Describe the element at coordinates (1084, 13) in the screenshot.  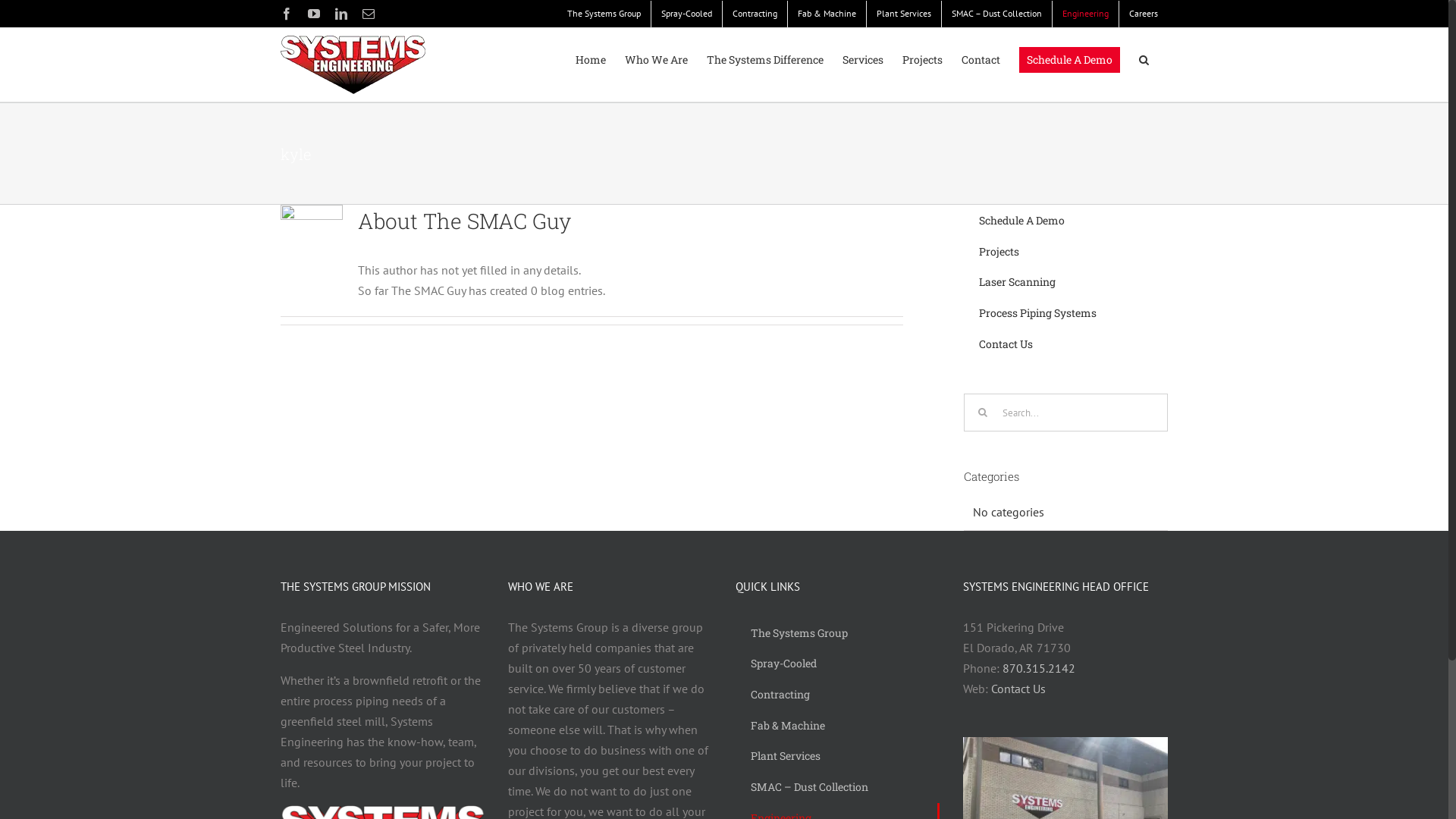
I see `'Engineering'` at that location.